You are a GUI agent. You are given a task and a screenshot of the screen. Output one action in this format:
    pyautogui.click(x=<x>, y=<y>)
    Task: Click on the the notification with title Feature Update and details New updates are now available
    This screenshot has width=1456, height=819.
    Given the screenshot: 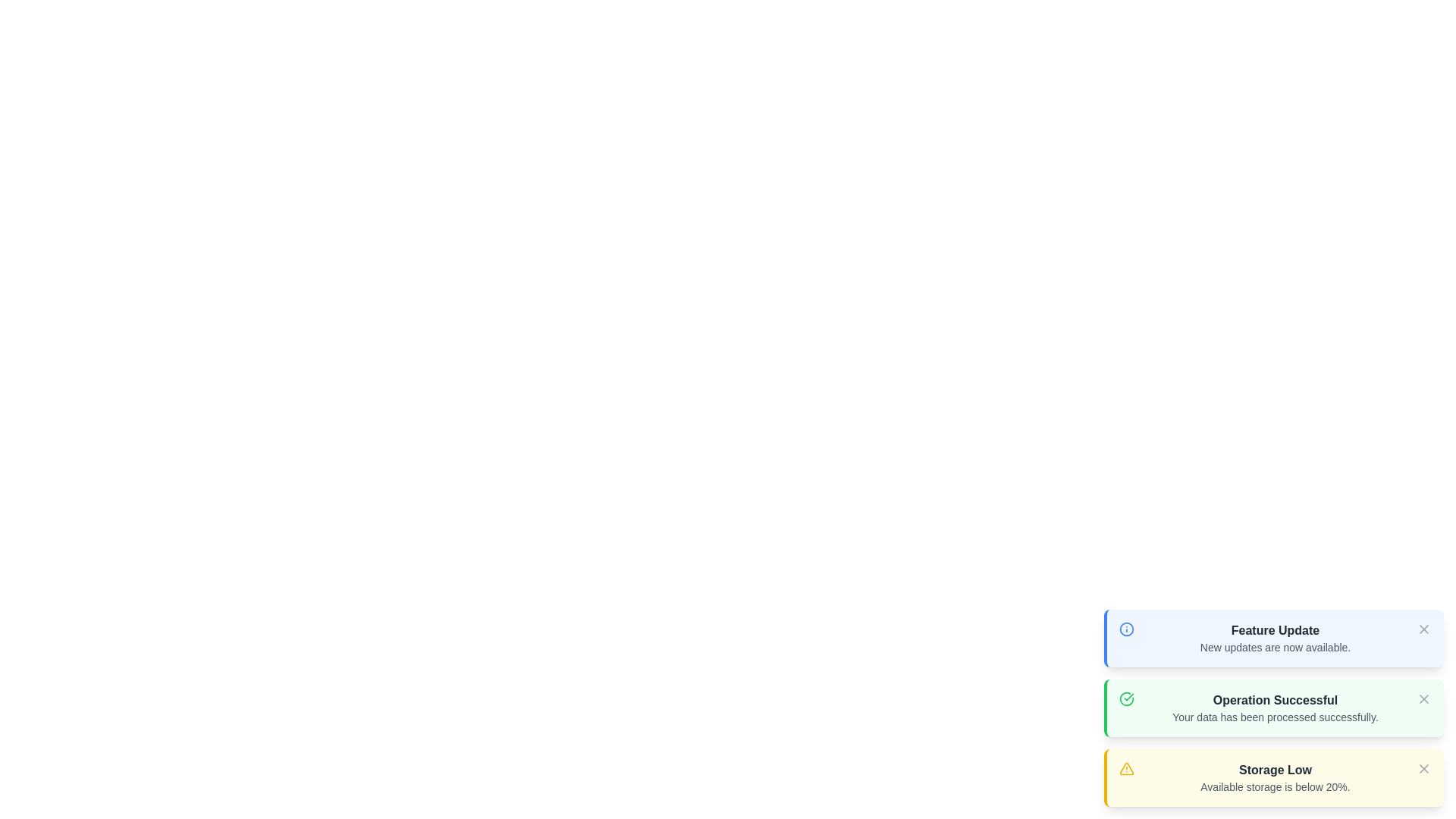 What is the action you would take?
    pyautogui.click(x=1274, y=631)
    